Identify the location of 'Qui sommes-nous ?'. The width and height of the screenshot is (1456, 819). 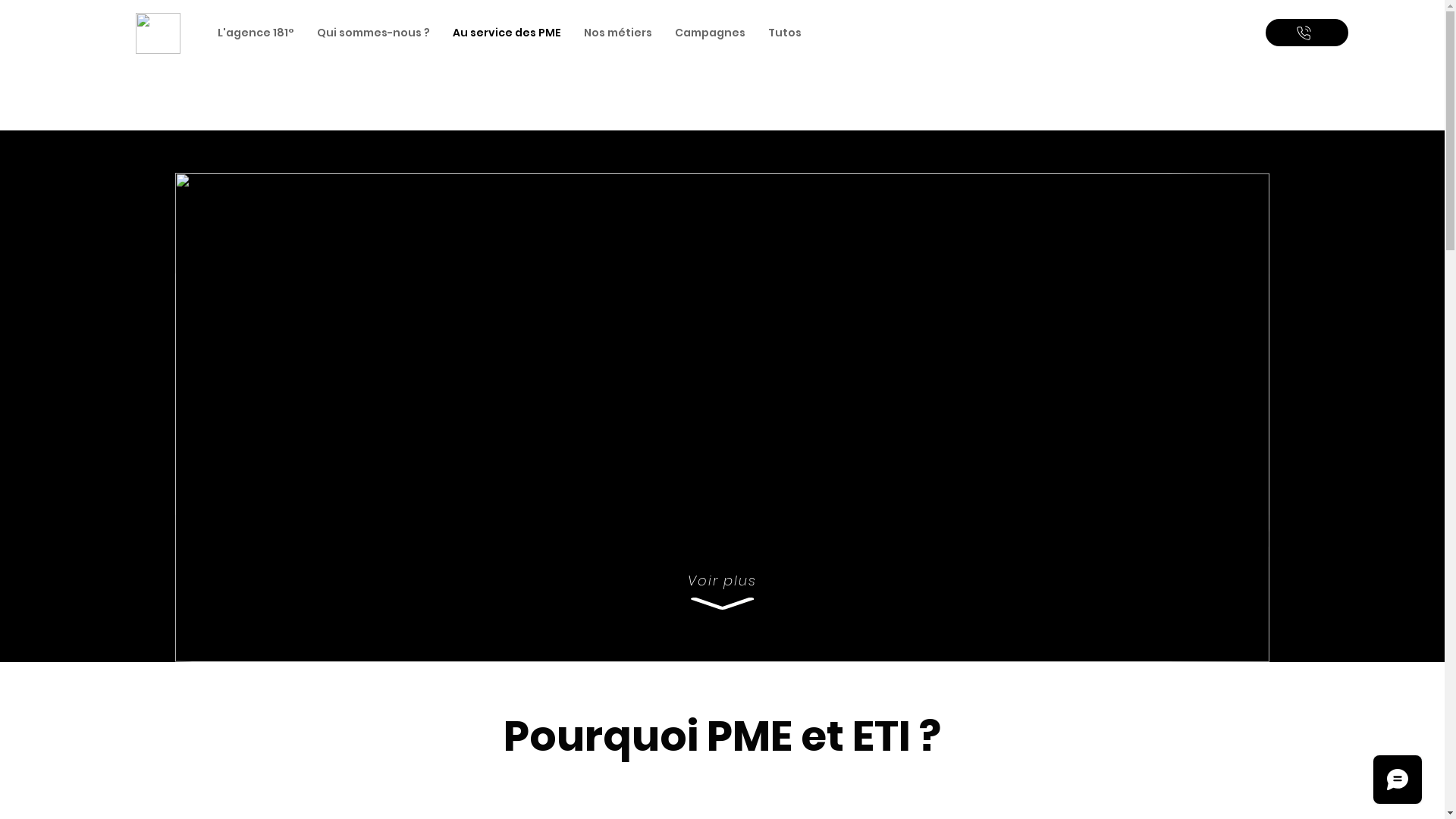
(373, 33).